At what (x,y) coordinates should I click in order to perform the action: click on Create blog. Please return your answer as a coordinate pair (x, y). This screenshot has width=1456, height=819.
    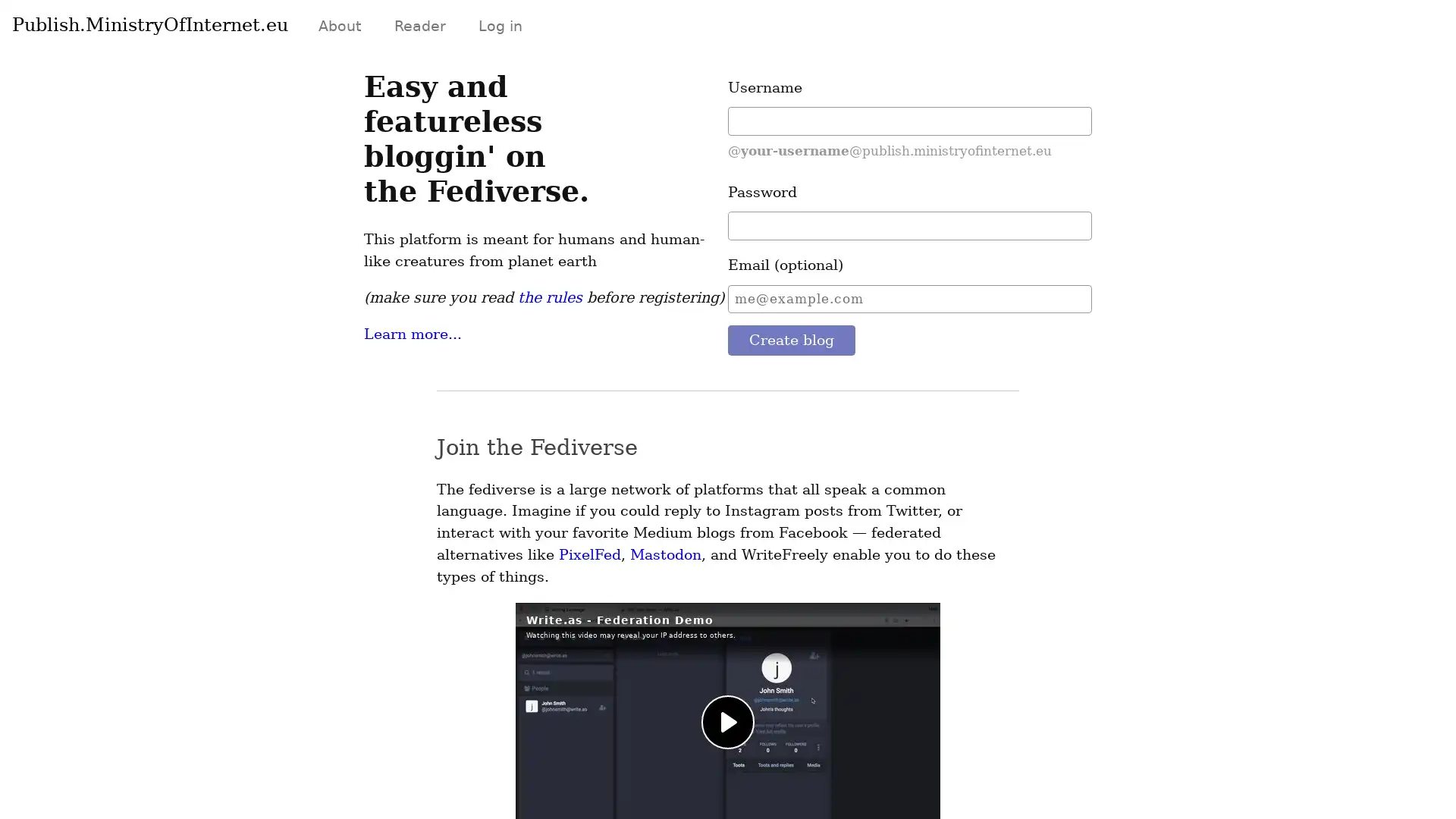
    Looking at the image, I should click on (791, 341).